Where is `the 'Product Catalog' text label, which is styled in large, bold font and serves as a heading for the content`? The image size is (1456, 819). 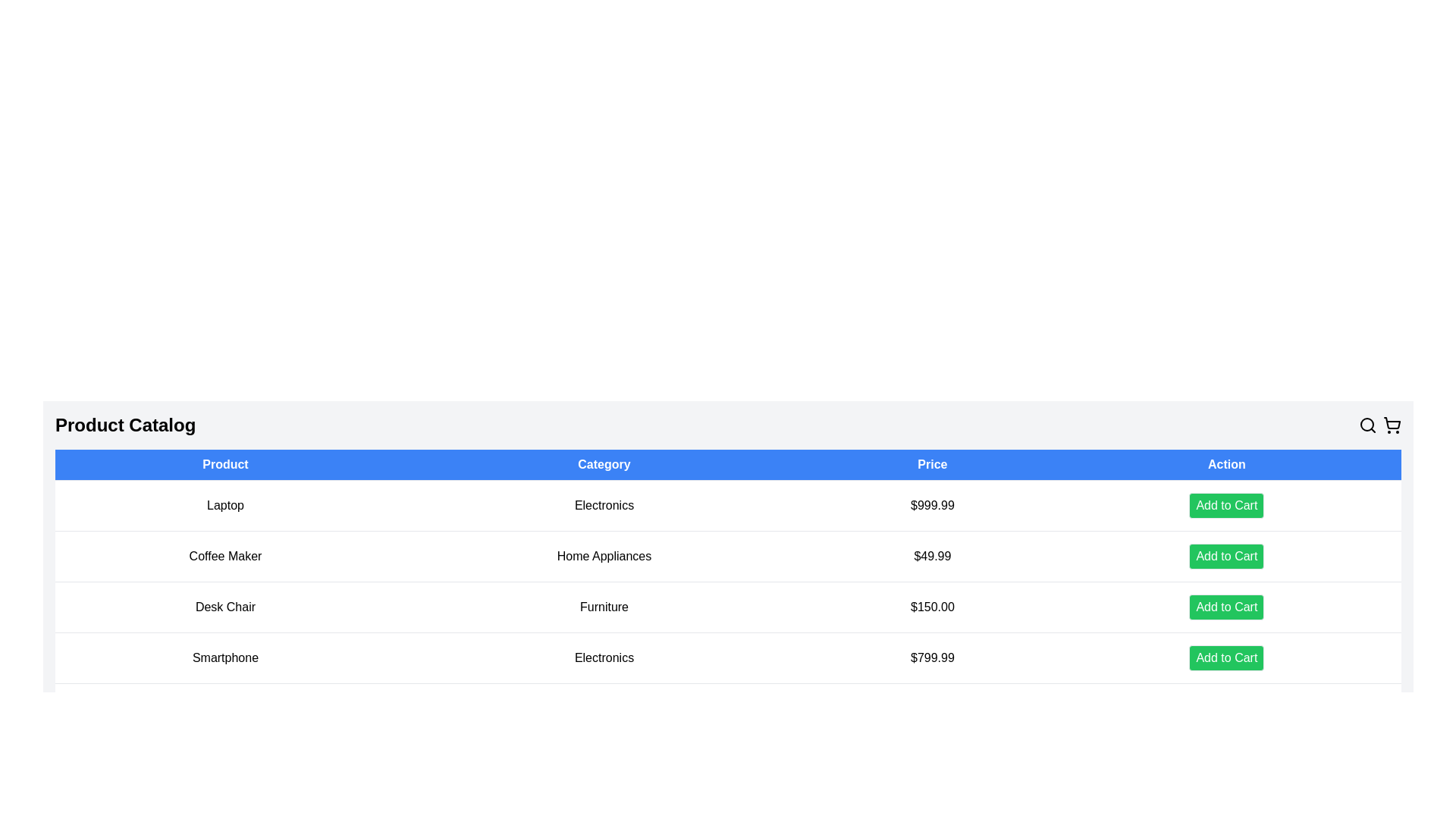
the 'Product Catalog' text label, which is styled in large, bold font and serves as a heading for the content is located at coordinates (125, 425).